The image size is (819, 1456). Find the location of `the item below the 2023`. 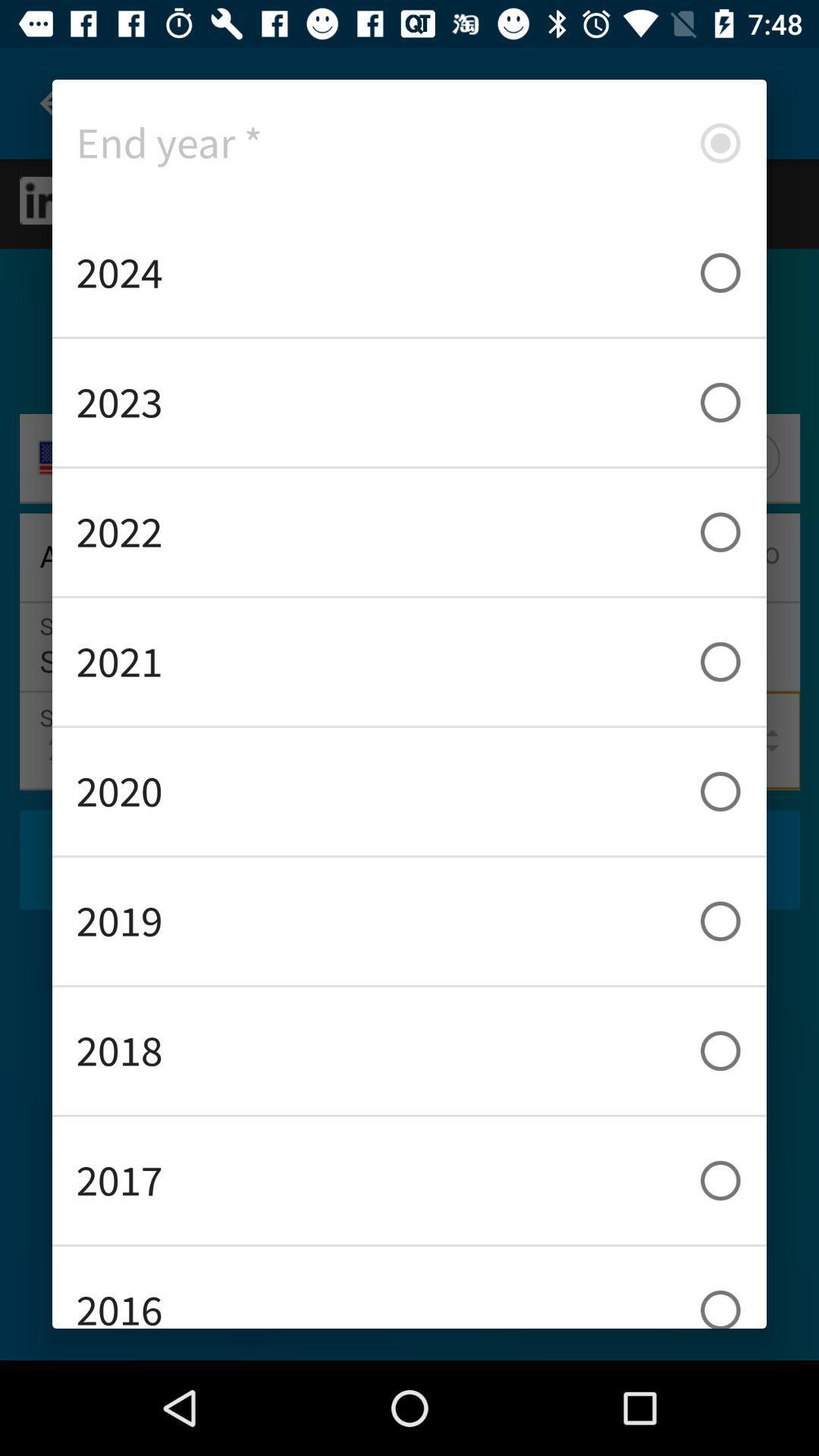

the item below the 2023 is located at coordinates (409, 532).